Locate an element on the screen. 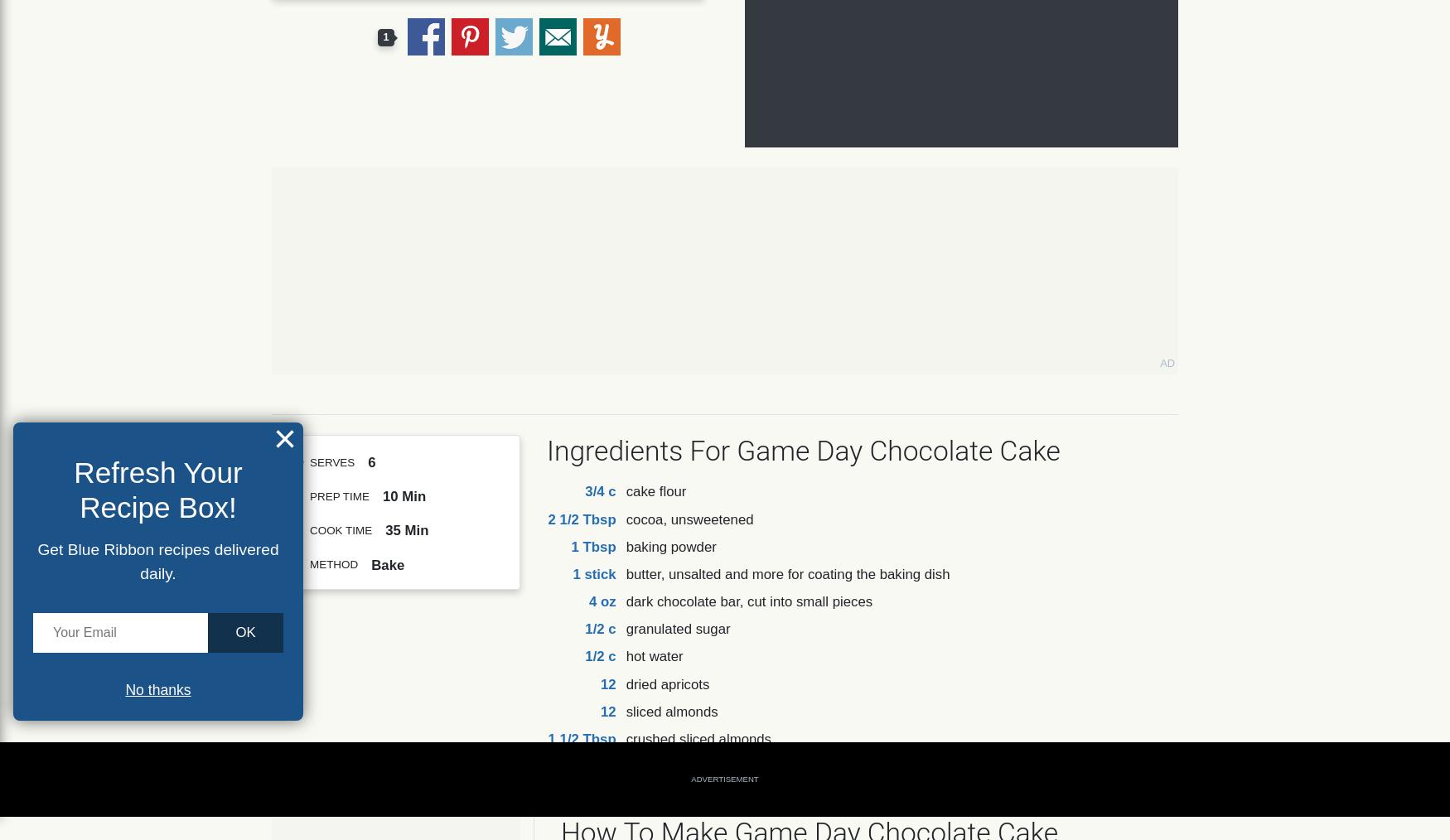 This screenshot has height=840, width=1450. 'No thanks' is located at coordinates (157, 688).